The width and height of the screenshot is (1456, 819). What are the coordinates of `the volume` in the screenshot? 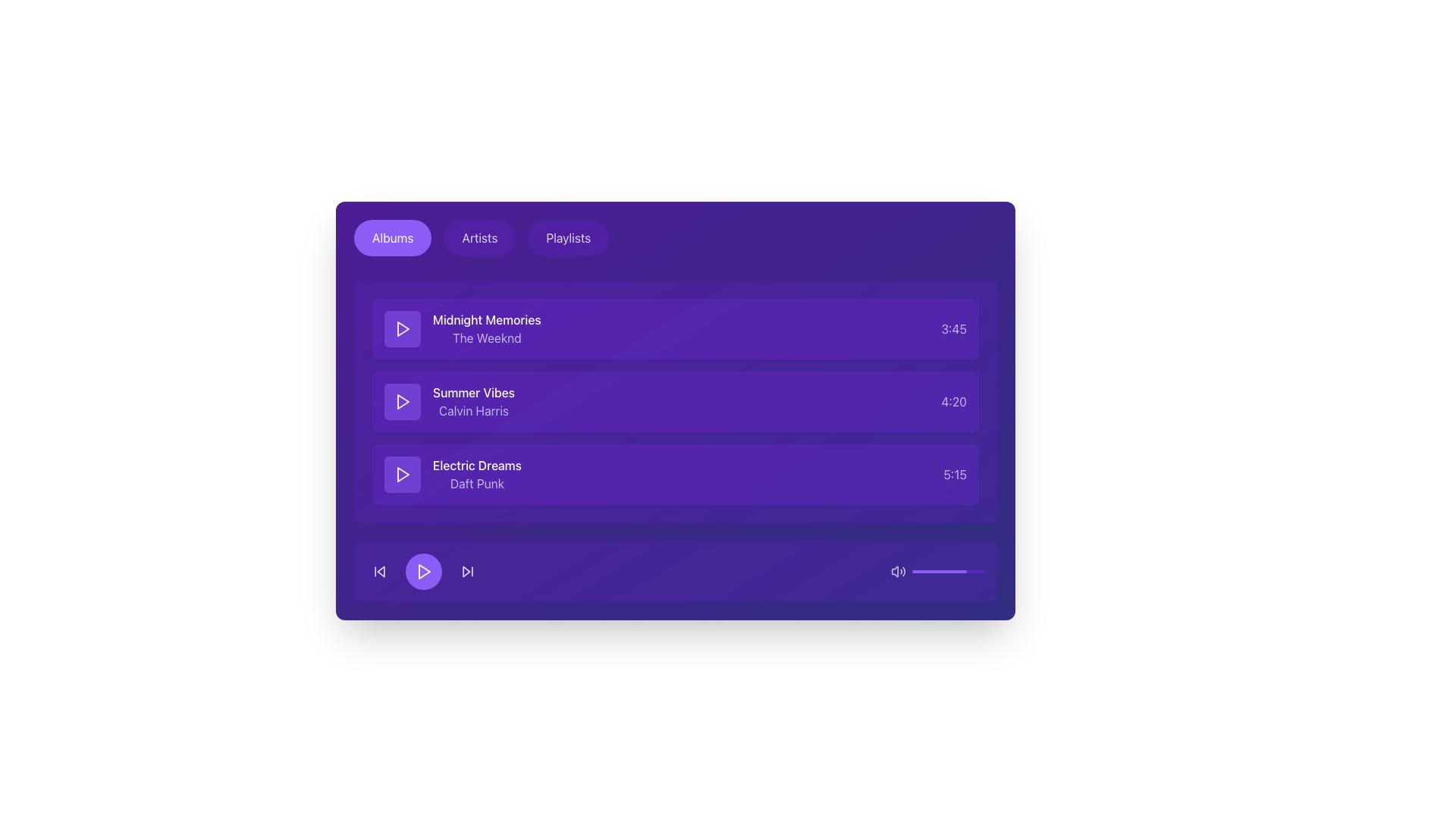 It's located at (979, 571).